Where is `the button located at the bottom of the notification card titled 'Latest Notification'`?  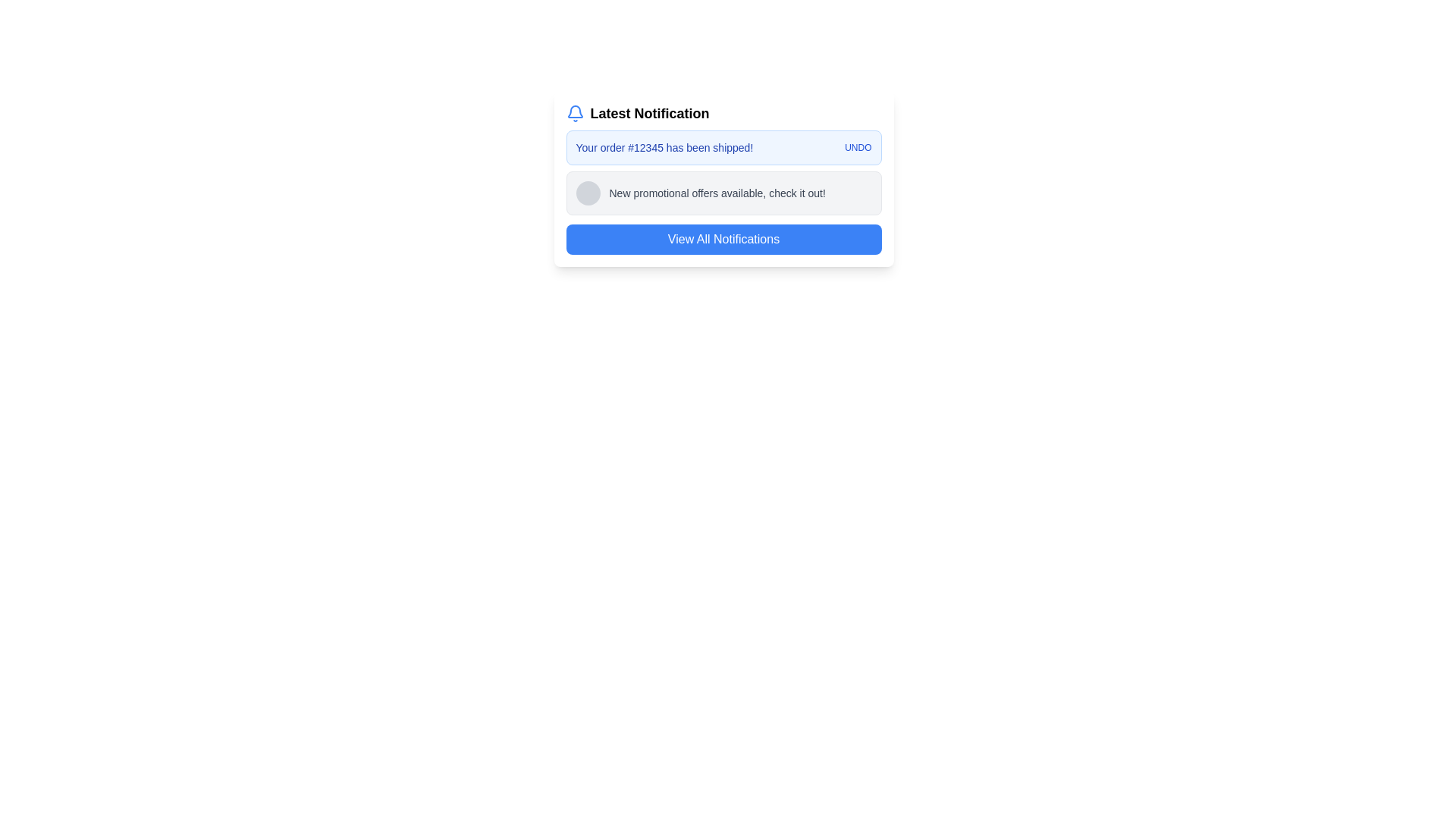 the button located at the bottom of the notification card titled 'Latest Notification' is located at coordinates (723, 239).